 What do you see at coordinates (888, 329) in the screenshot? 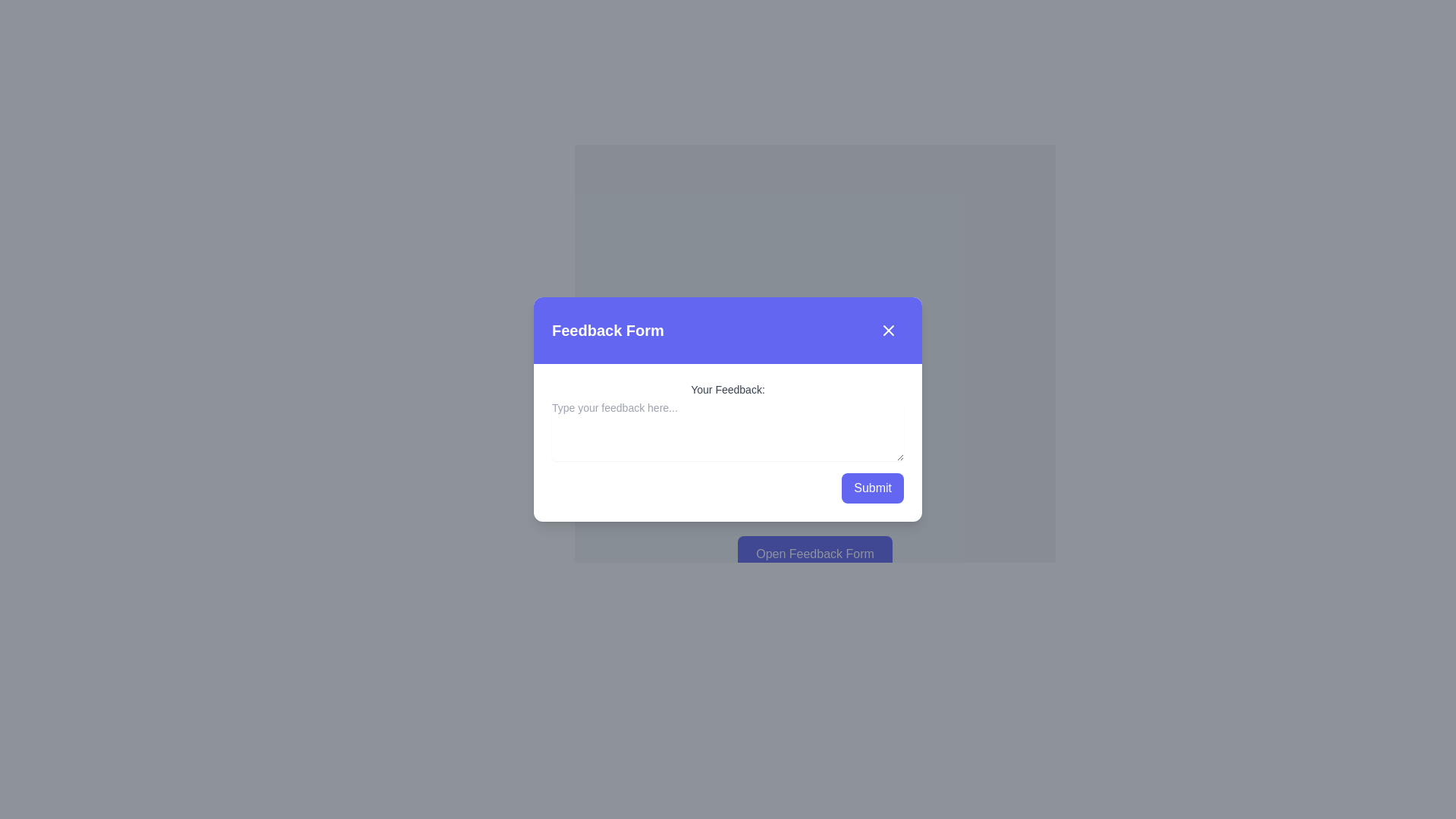
I see `the close icon button represented by a cross icon in the top-right corner of the Feedback Form modal` at bounding box center [888, 329].